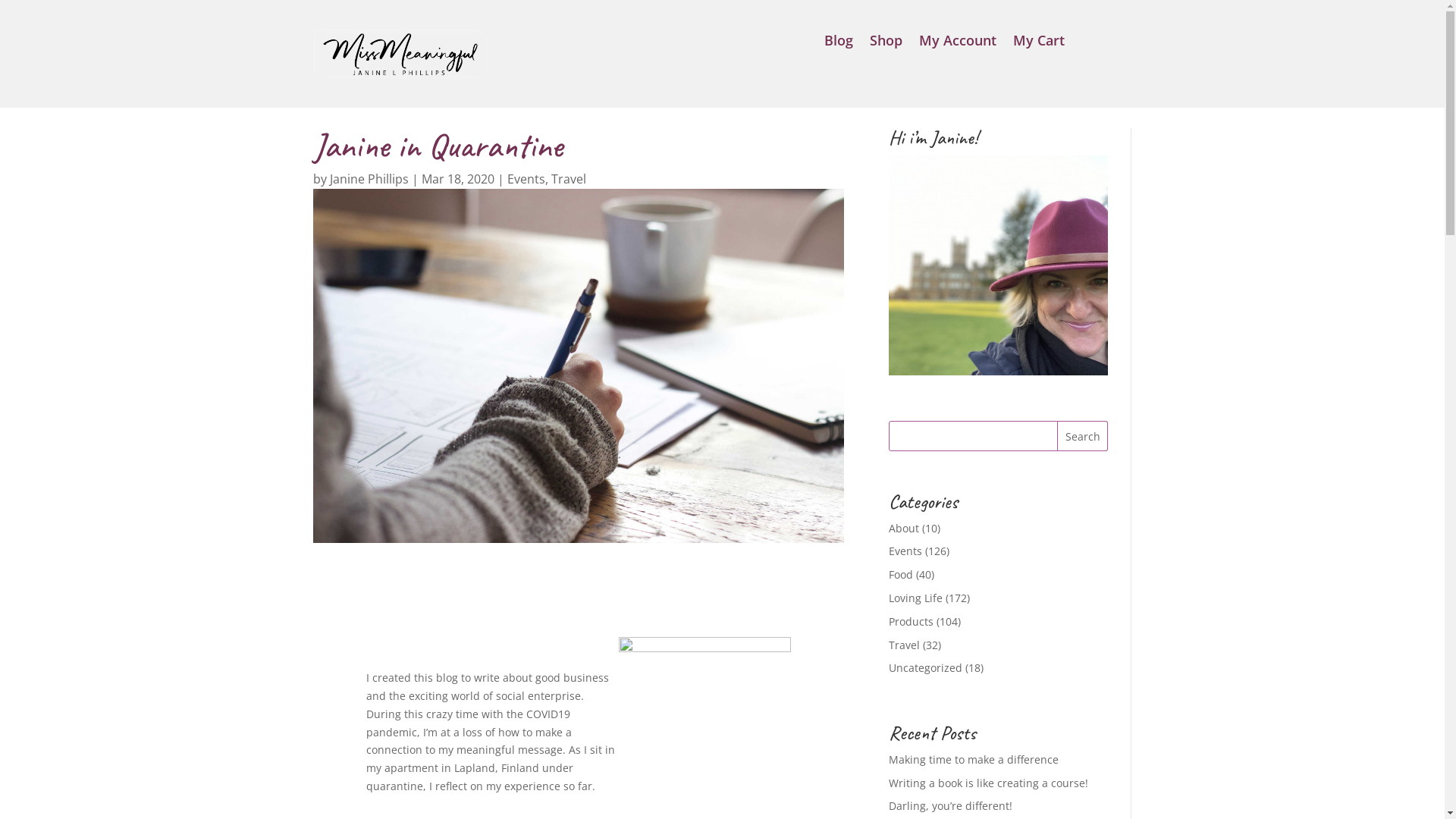 Image resolution: width=1456 pixels, height=819 pixels. I want to click on 'Search', so click(1082, 435).